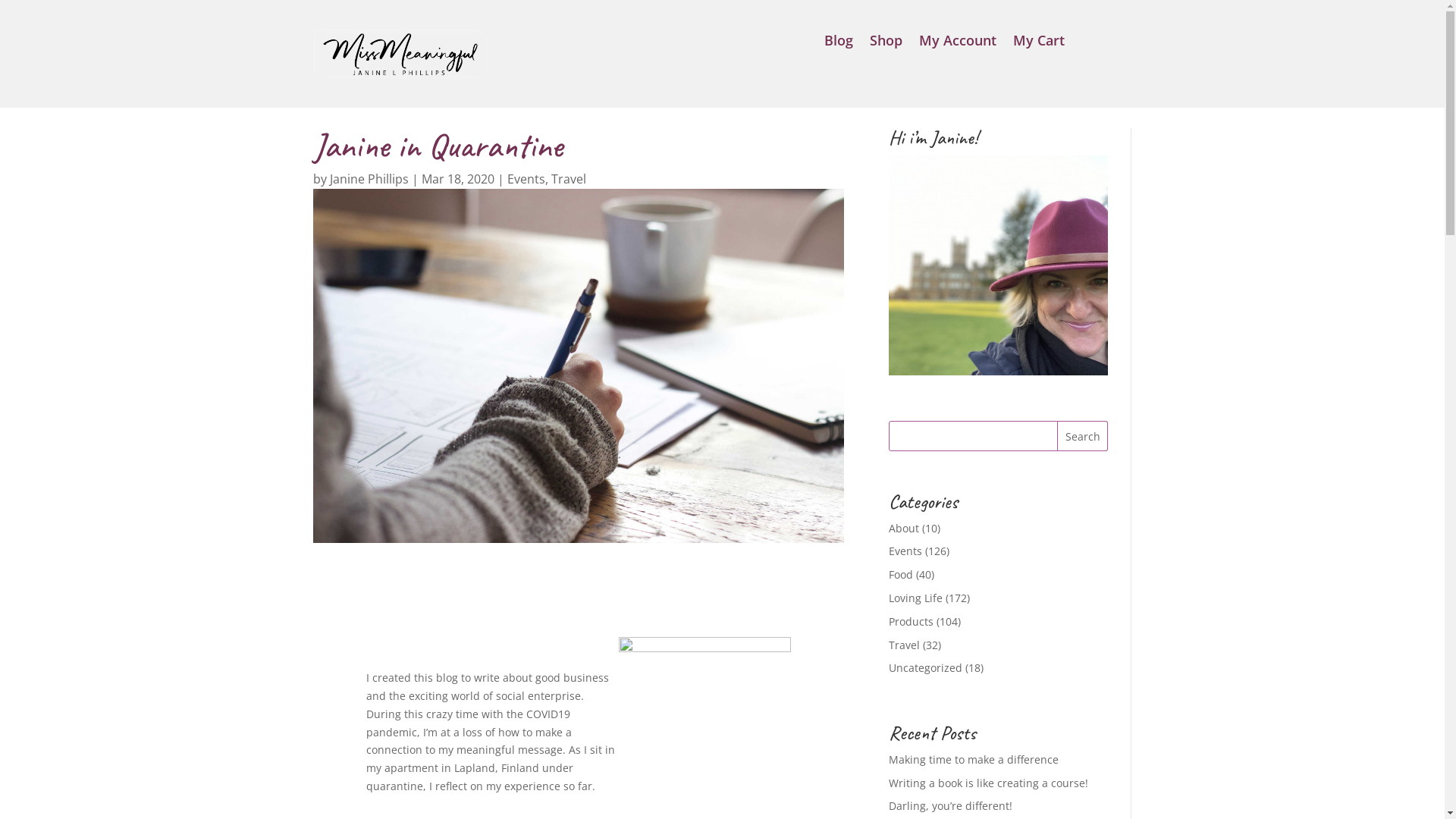 Image resolution: width=1456 pixels, height=819 pixels. I want to click on 'Search', so click(1082, 435).